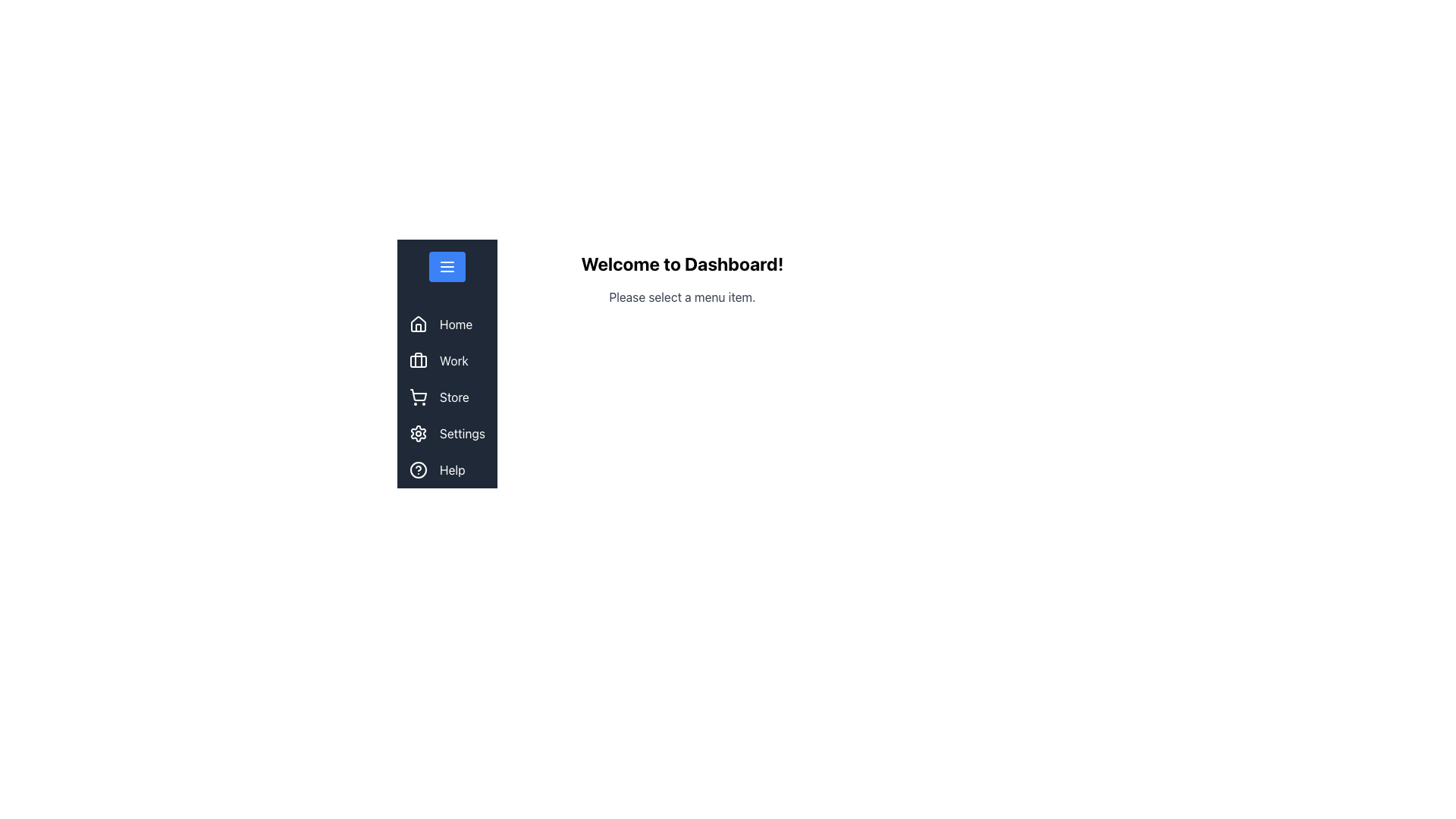 The height and width of the screenshot is (819, 1456). I want to click on the circular graphical component located at the bottom of the side navigation bar, which has a dark background and a white circular border, situated below the 'Settings' item and within the 'Help' option, so click(419, 469).